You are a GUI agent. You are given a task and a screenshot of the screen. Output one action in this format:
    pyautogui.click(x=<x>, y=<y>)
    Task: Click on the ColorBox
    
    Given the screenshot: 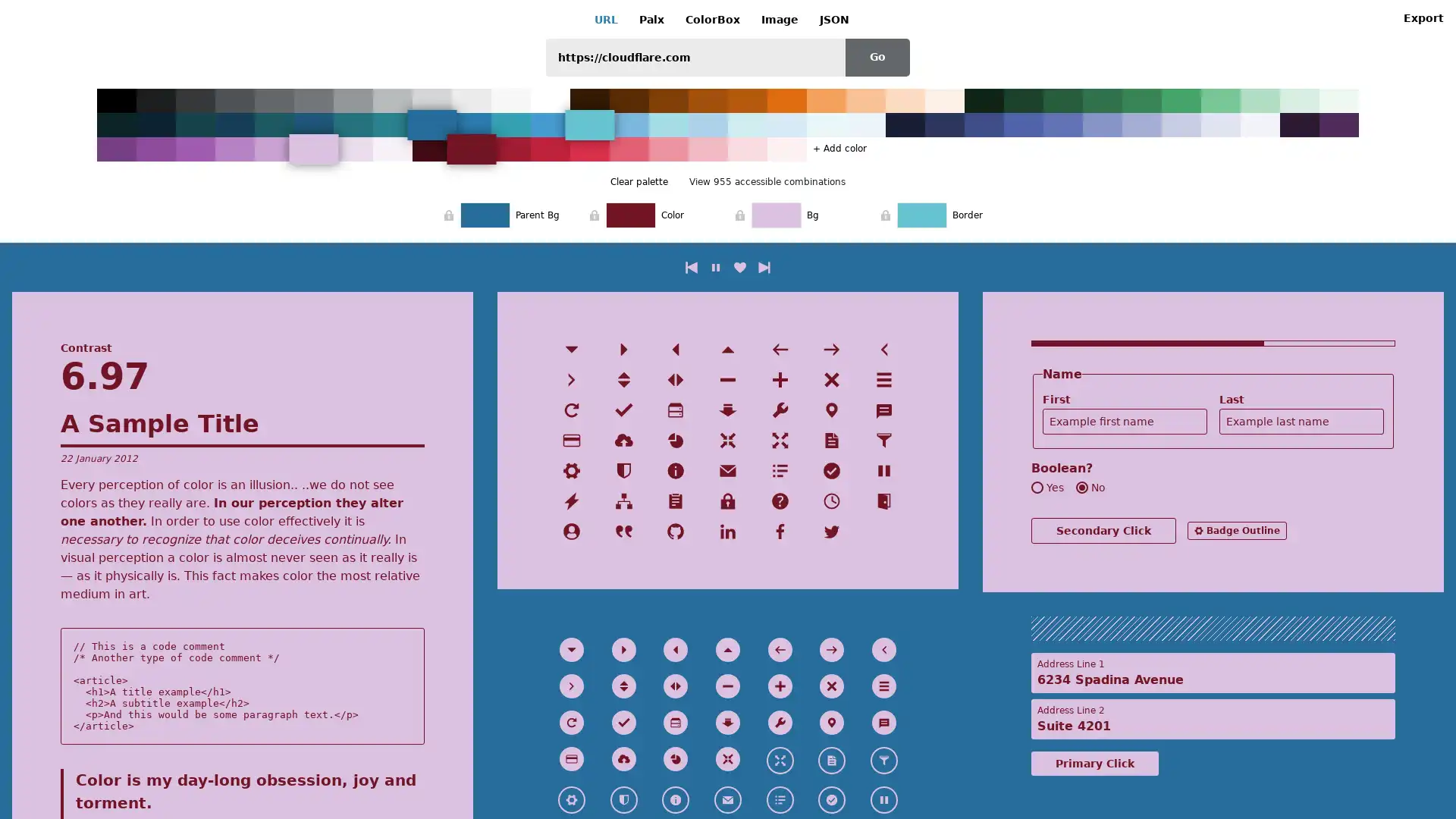 What is the action you would take?
    pyautogui.click(x=712, y=20)
    